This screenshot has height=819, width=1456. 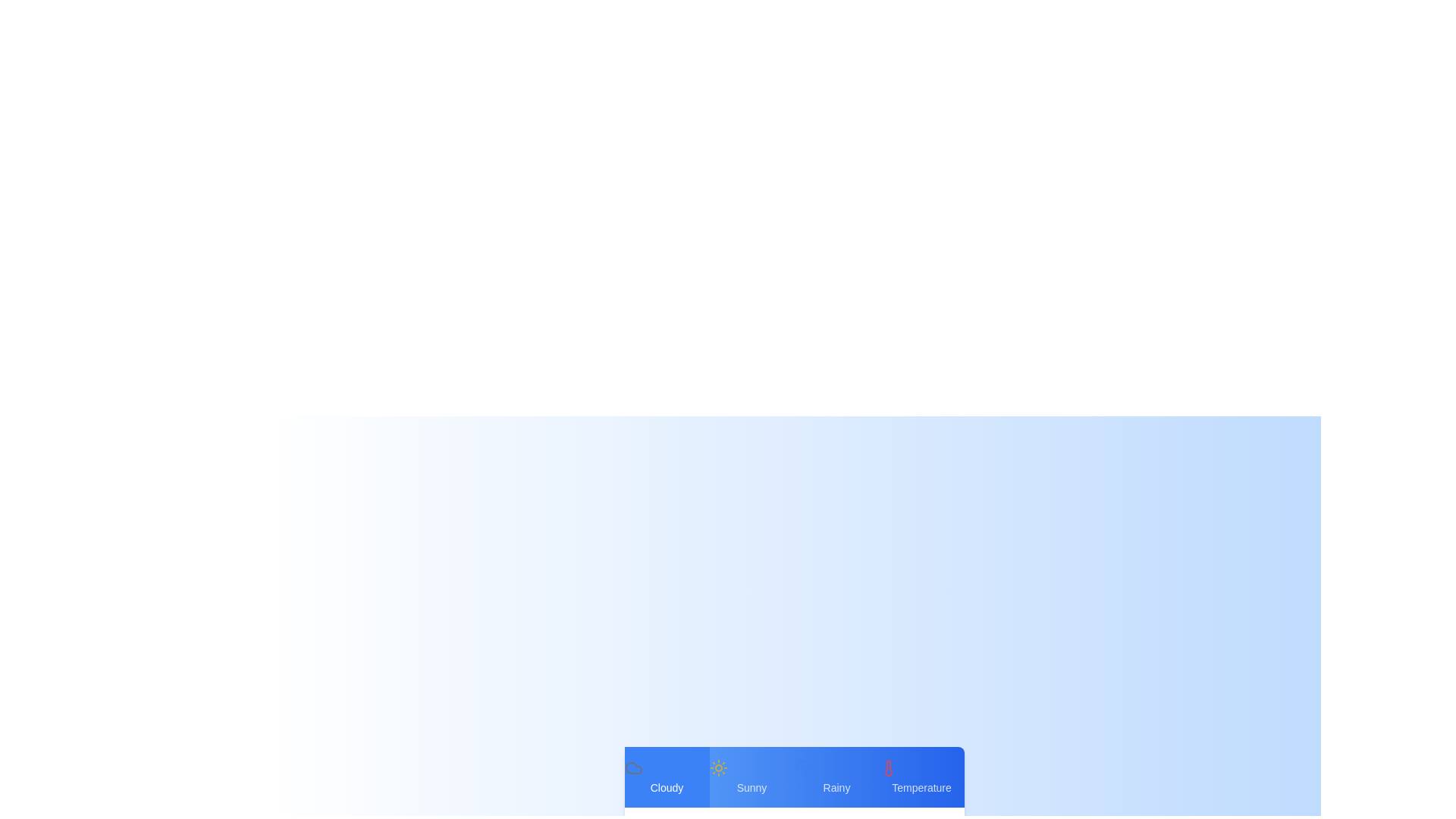 I want to click on the Temperature weather tab, so click(x=921, y=777).